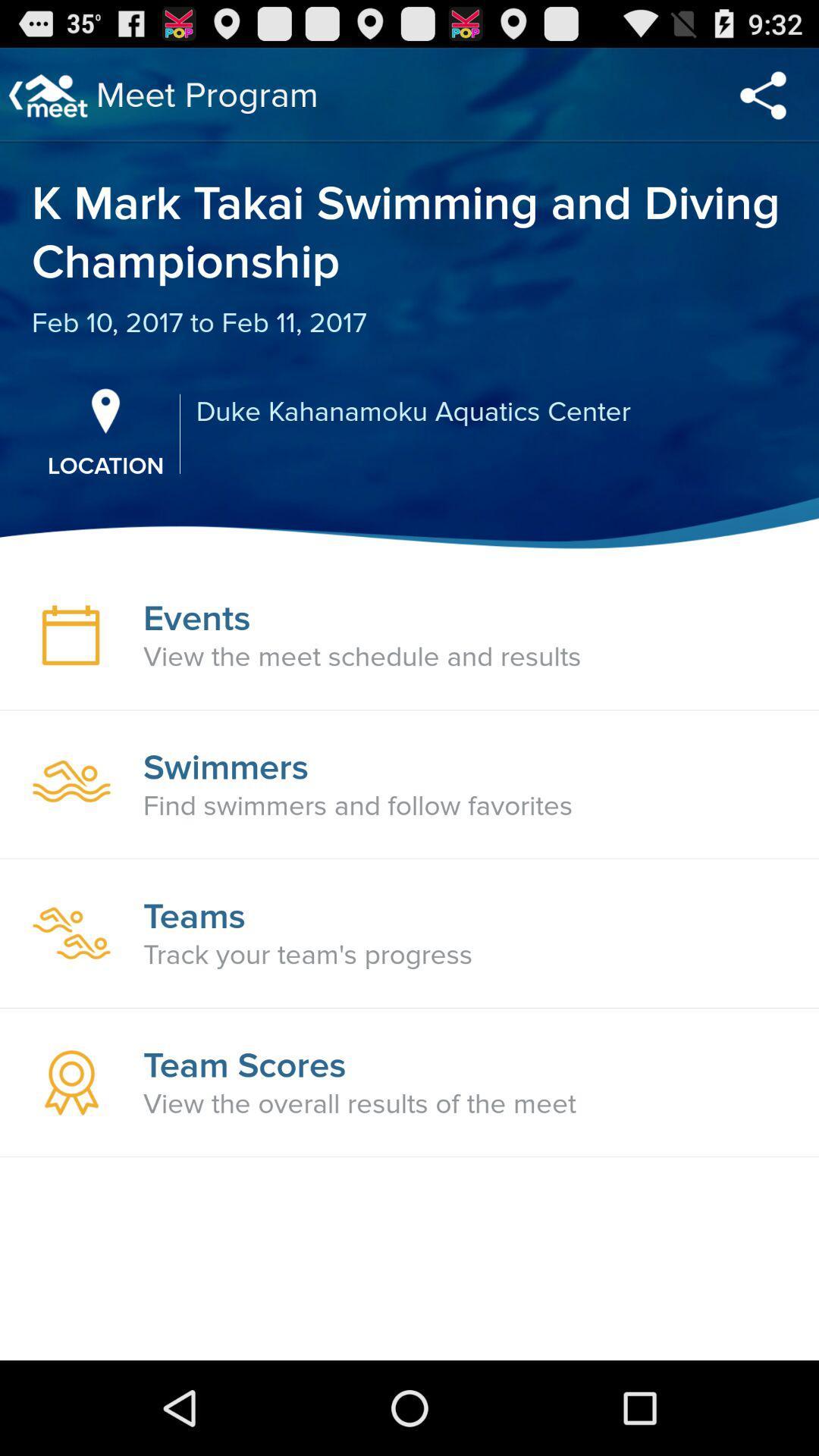 This screenshot has height=1456, width=819. What do you see at coordinates (763, 94) in the screenshot?
I see `app next to the meet program icon` at bounding box center [763, 94].